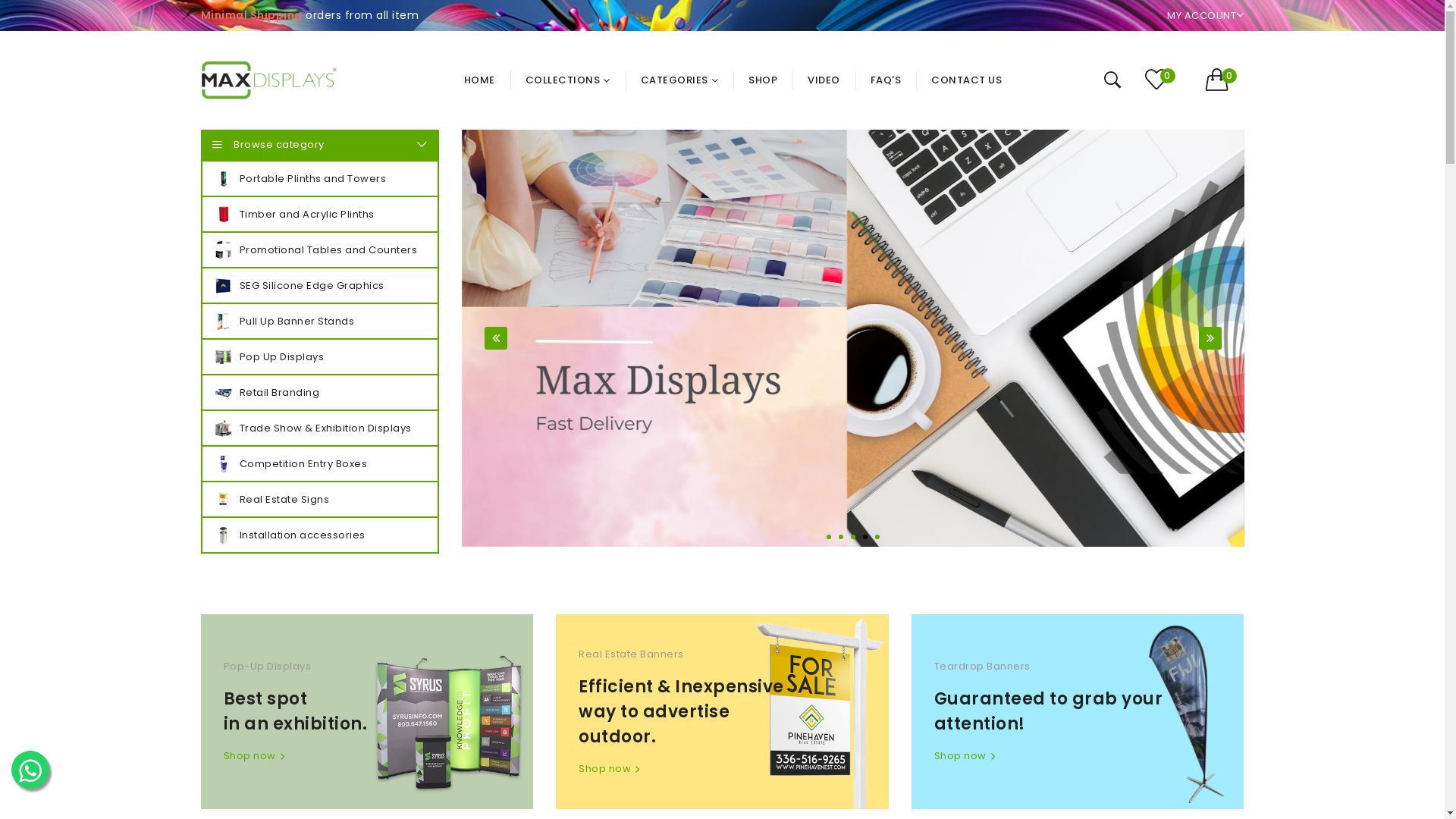 The width and height of the screenshot is (1456, 819). Describe the element at coordinates (566, 80) in the screenshot. I see `'COLLECTIONS'` at that location.